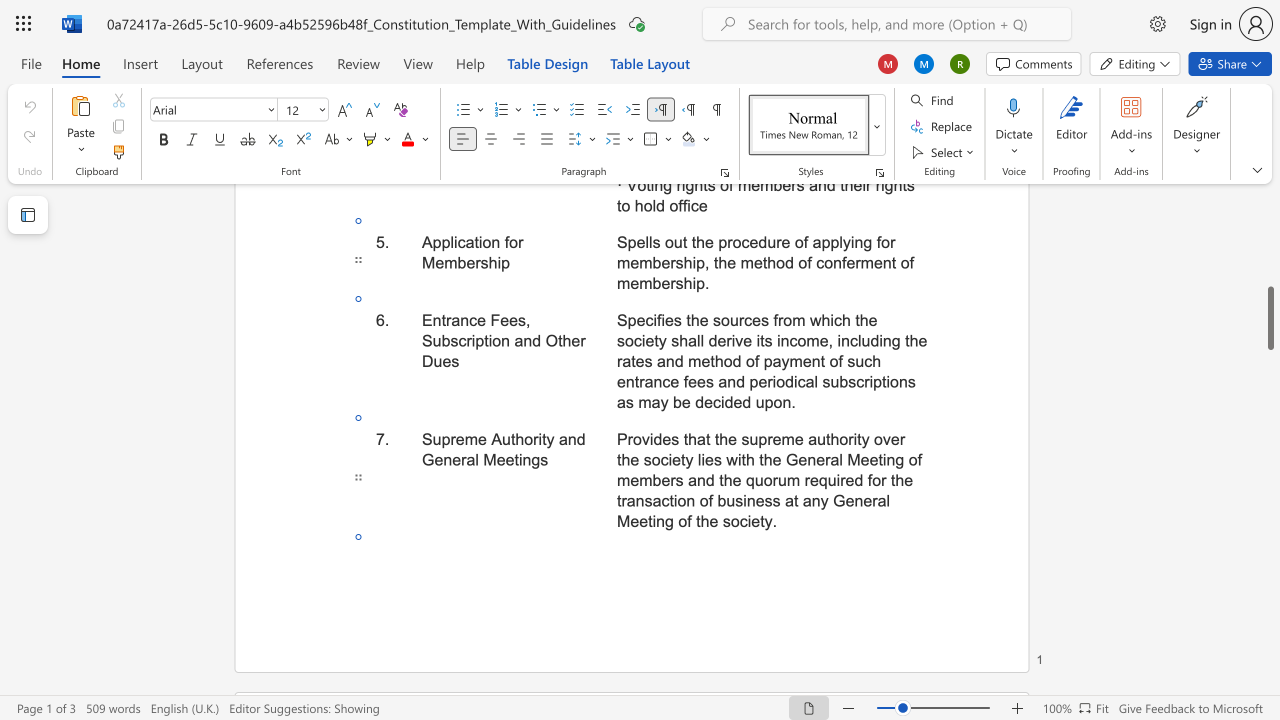  What do you see at coordinates (459, 460) in the screenshot?
I see `the space between the continuous character "e" and "r" in the text` at bounding box center [459, 460].